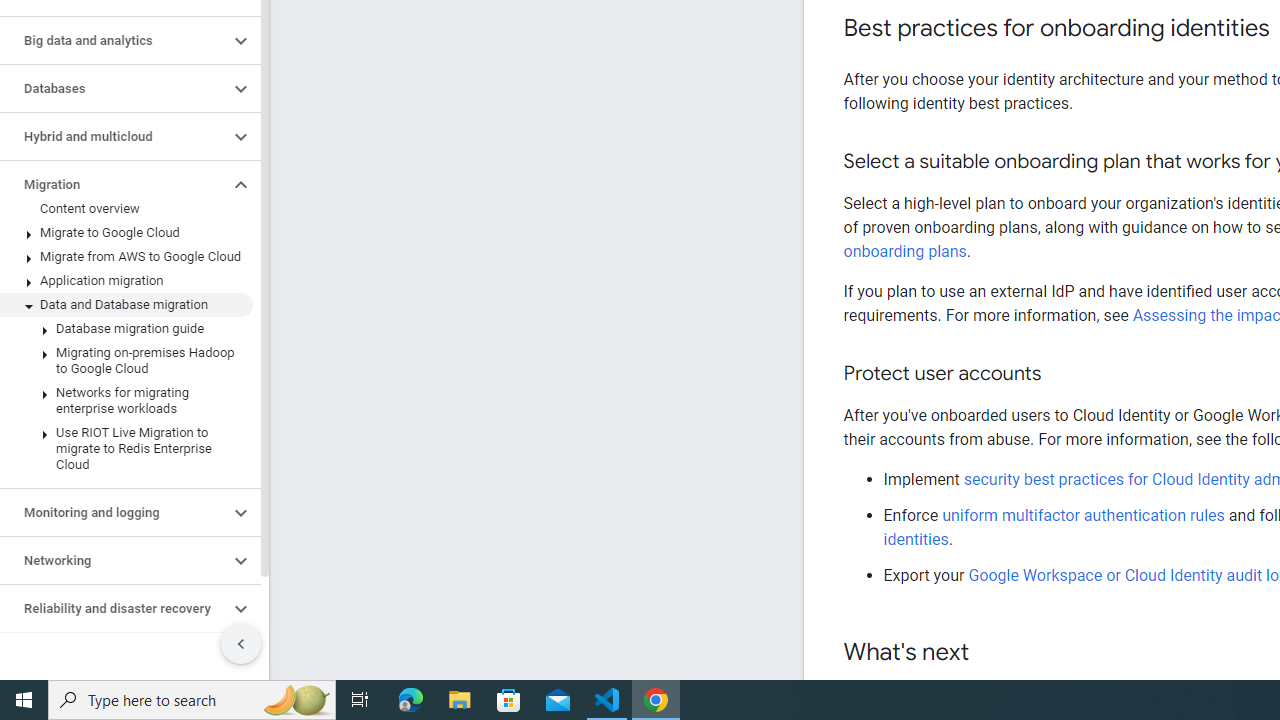 This screenshot has height=720, width=1280. I want to click on 'Big data and analytics', so click(113, 41).